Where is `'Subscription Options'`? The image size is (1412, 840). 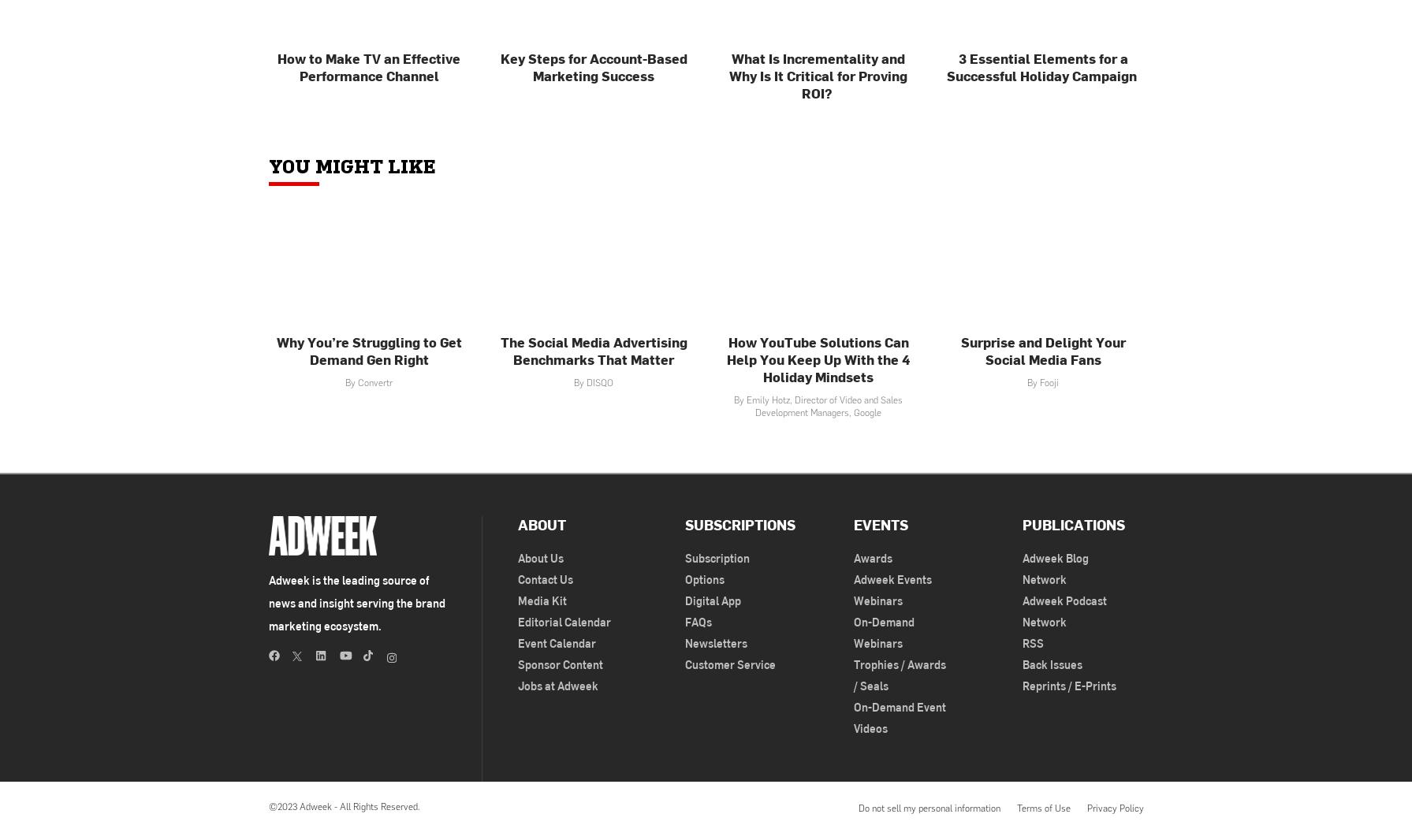
'Subscription Options' is located at coordinates (684, 567).